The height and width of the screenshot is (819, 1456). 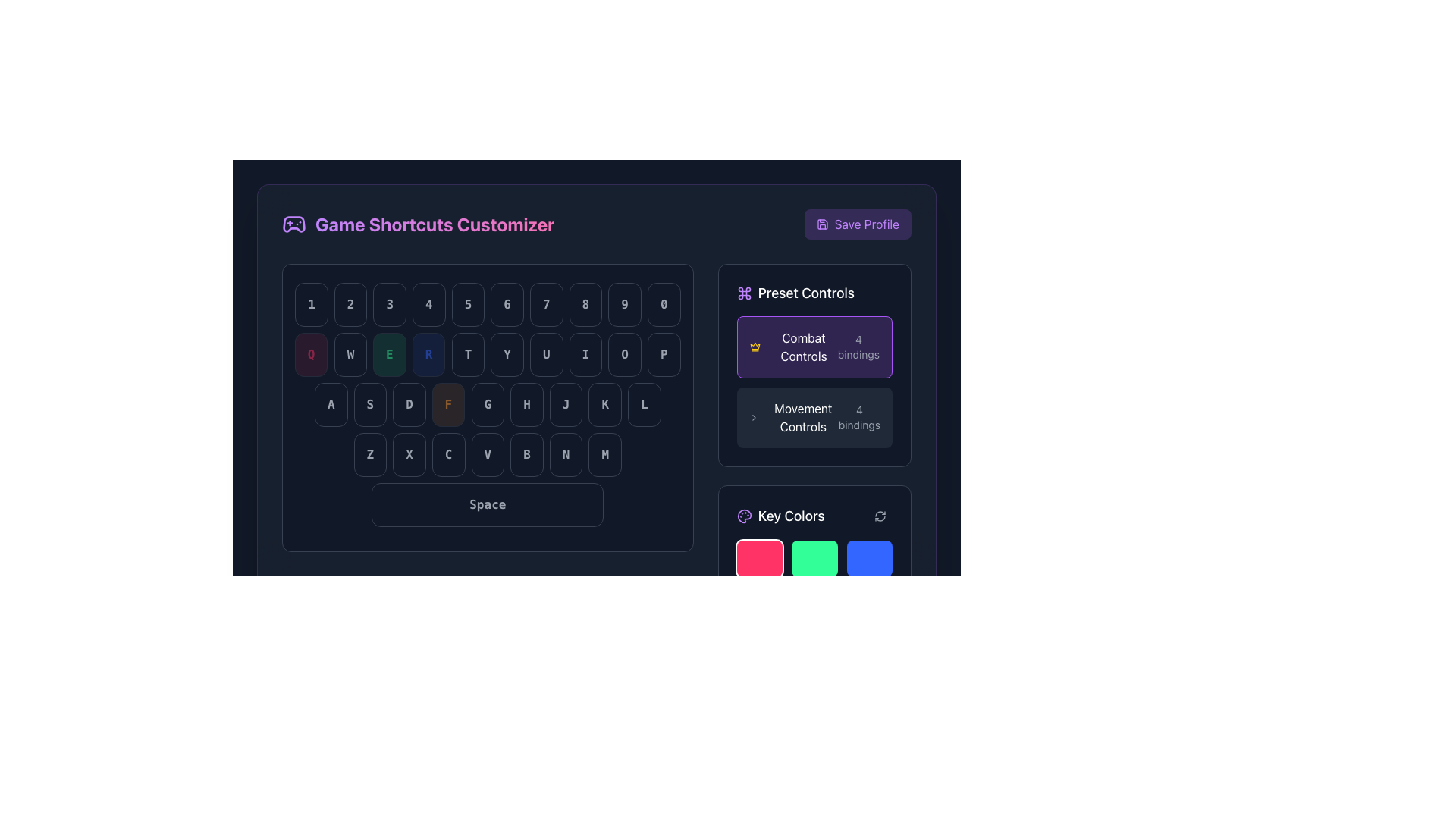 I want to click on the color palette icon located to the left of the 'Key Colors' text in the bottom-right section of the interface, so click(x=744, y=516).